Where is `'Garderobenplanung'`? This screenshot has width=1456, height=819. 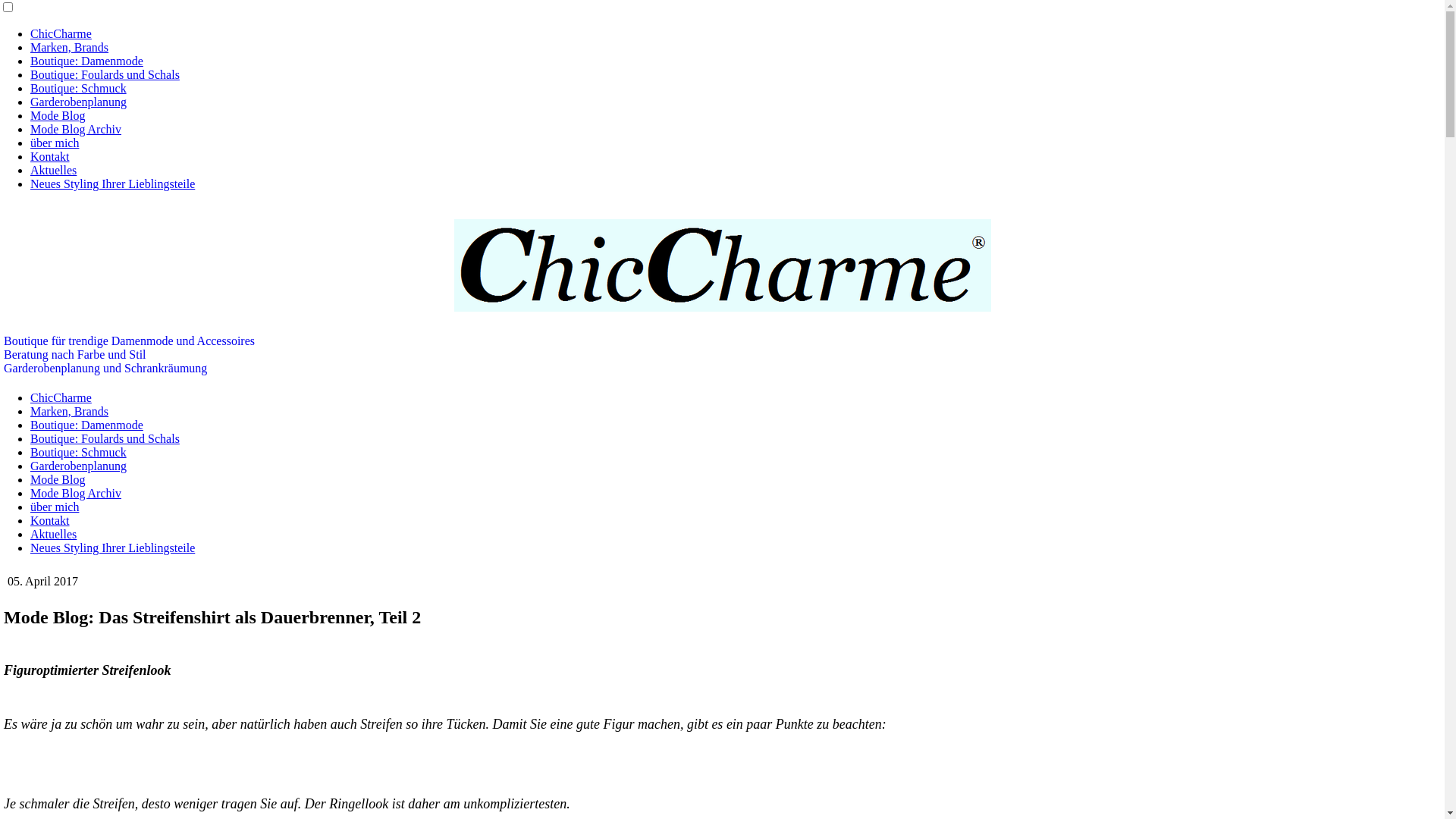 'Garderobenplanung' is located at coordinates (77, 102).